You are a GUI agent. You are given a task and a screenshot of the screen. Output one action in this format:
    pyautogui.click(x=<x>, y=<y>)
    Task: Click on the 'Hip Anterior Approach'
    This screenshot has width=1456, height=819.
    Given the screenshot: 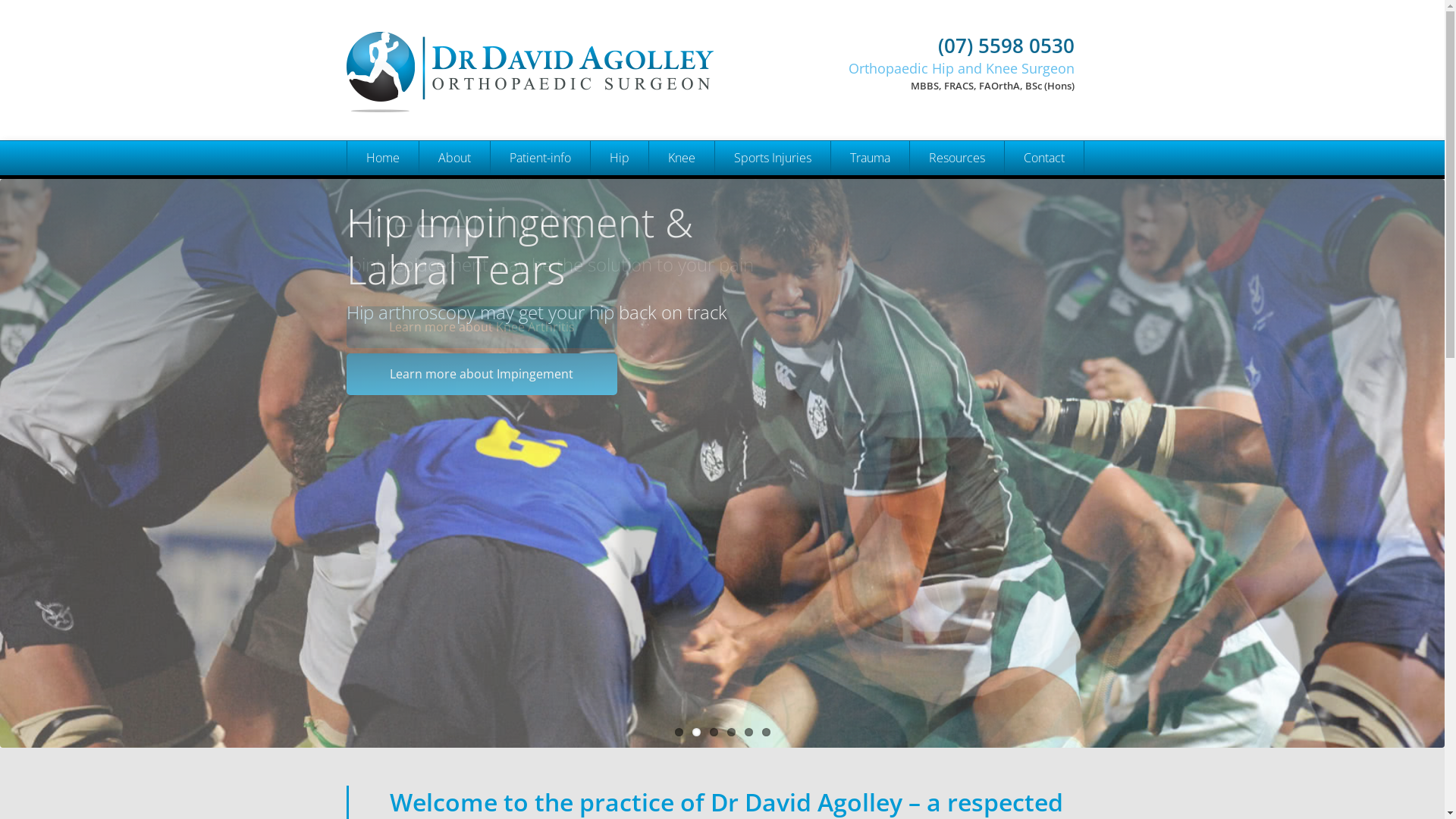 What is the action you would take?
    pyautogui.click(x=588, y=431)
    